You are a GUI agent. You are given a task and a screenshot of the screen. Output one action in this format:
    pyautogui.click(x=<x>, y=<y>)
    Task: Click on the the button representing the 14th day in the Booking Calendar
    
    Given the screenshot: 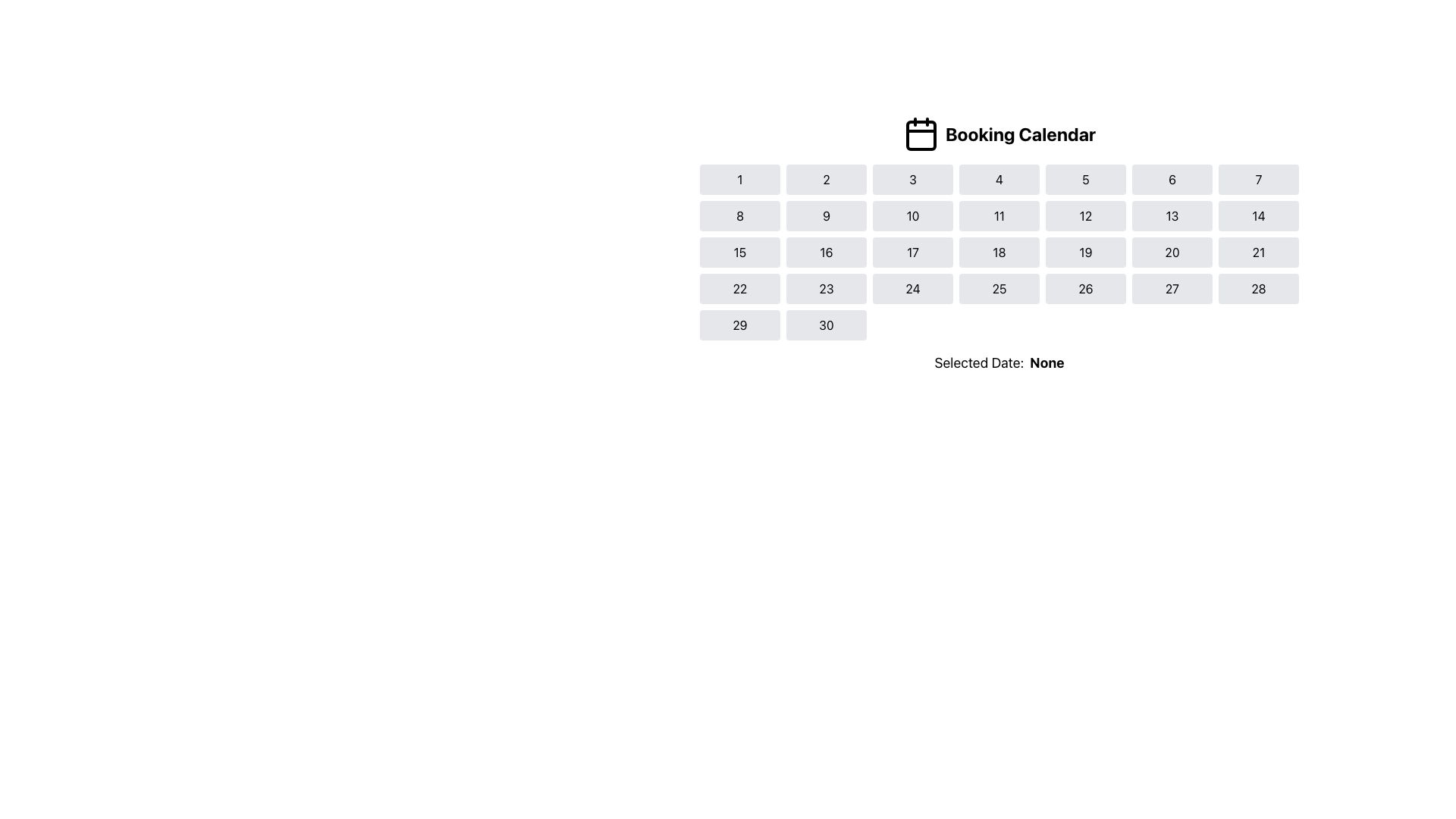 What is the action you would take?
    pyautogui.click(x=1259, y=216)
    